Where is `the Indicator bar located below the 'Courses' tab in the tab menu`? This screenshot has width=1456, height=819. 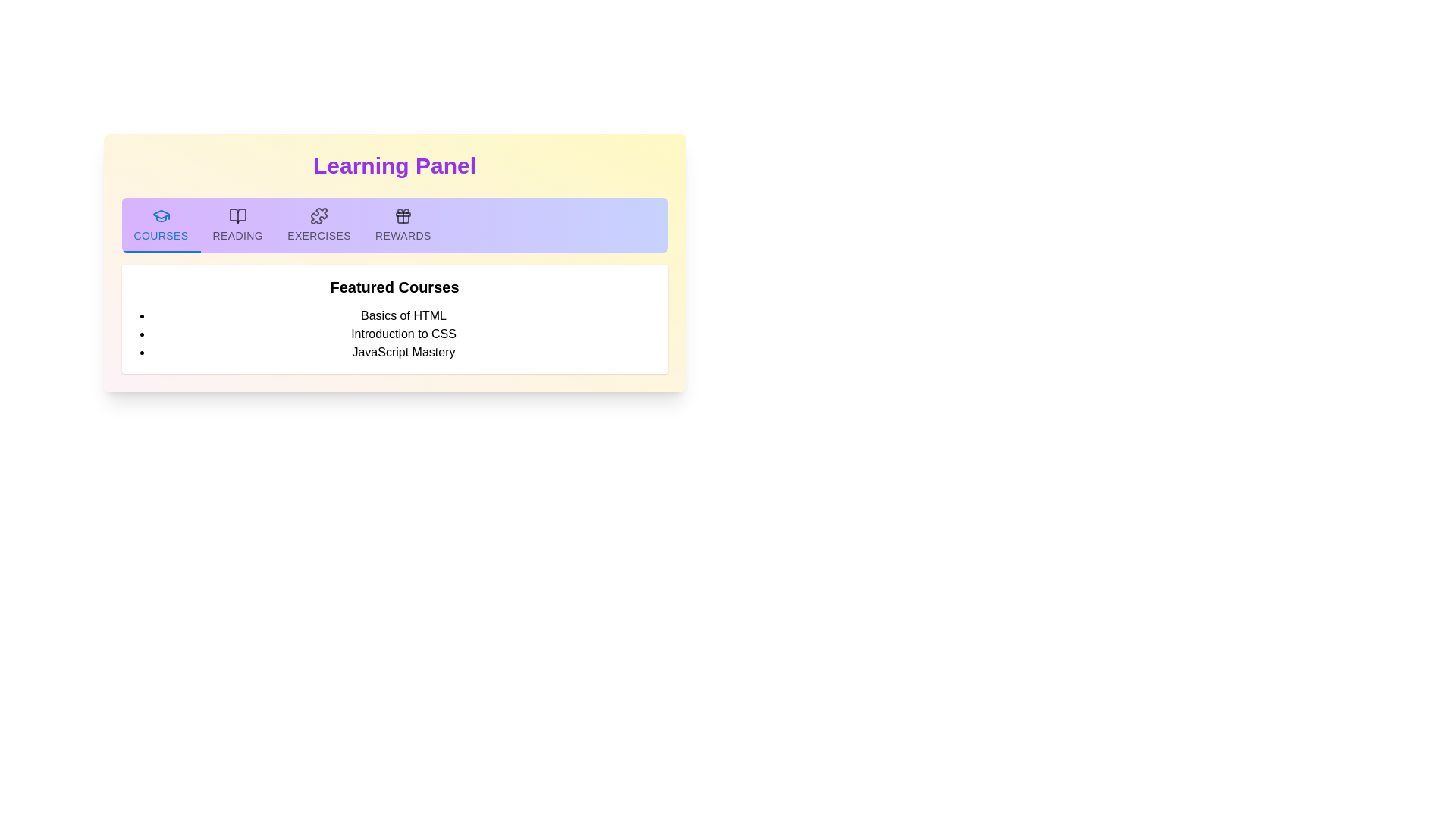 the Indicator bar located below the 'Courses' tab in the tab menu is located at coordinates (161, 250).